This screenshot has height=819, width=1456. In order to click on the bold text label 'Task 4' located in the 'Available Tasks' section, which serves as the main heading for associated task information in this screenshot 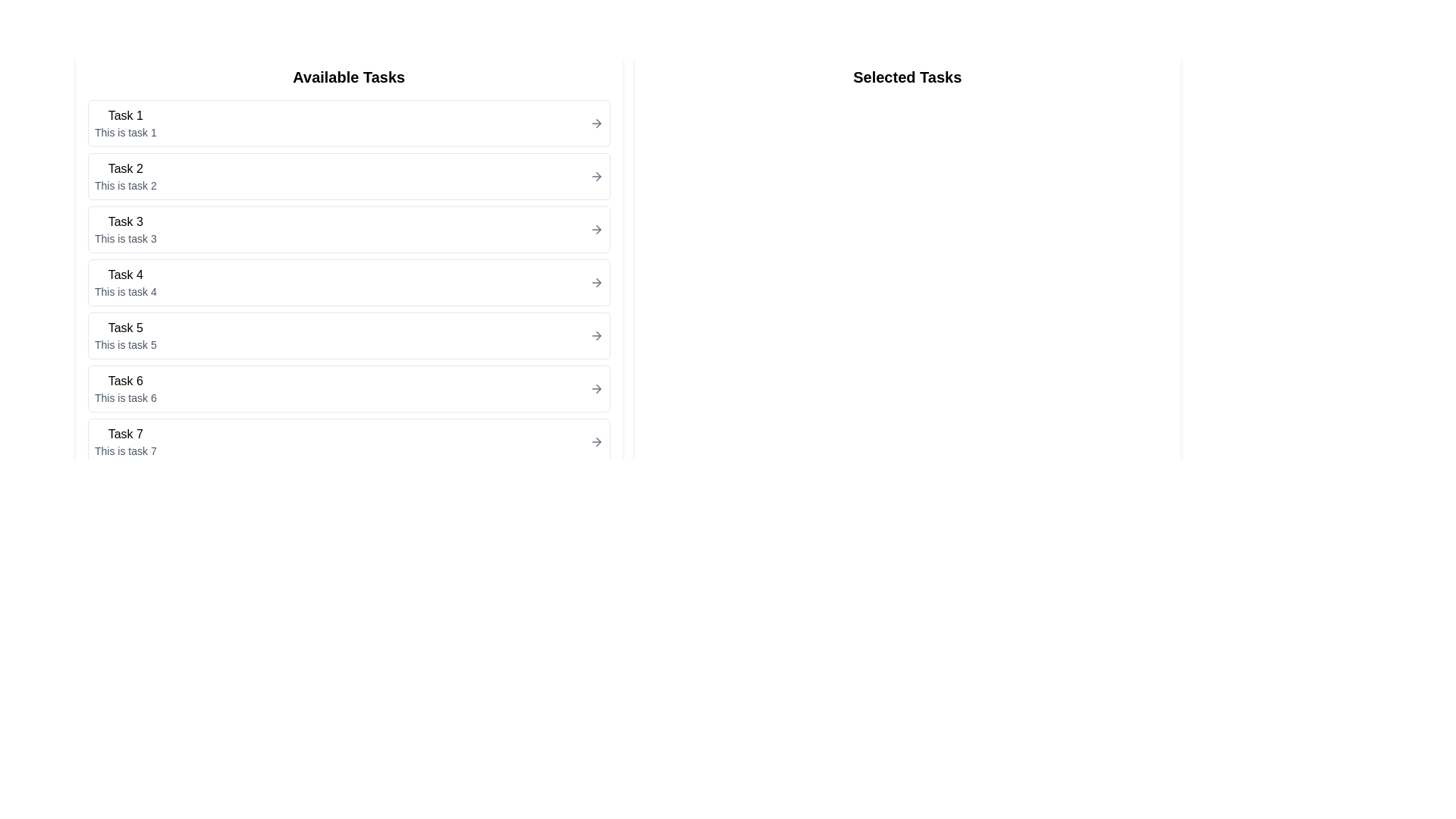, I will do `click(125, 275)`.